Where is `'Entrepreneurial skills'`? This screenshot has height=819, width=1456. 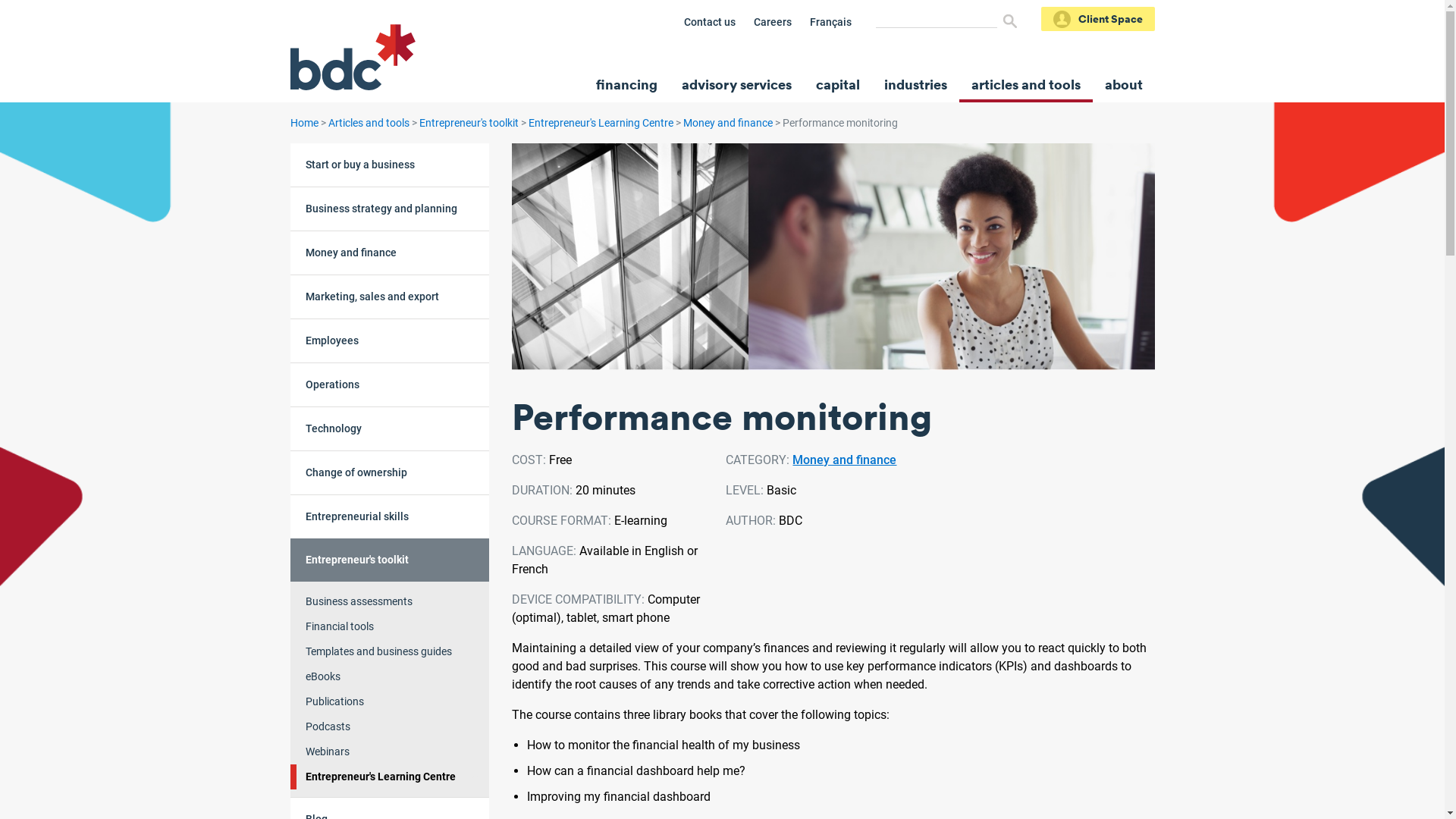 'Entrepreneurial skills' is located at coordinates (389, 516).